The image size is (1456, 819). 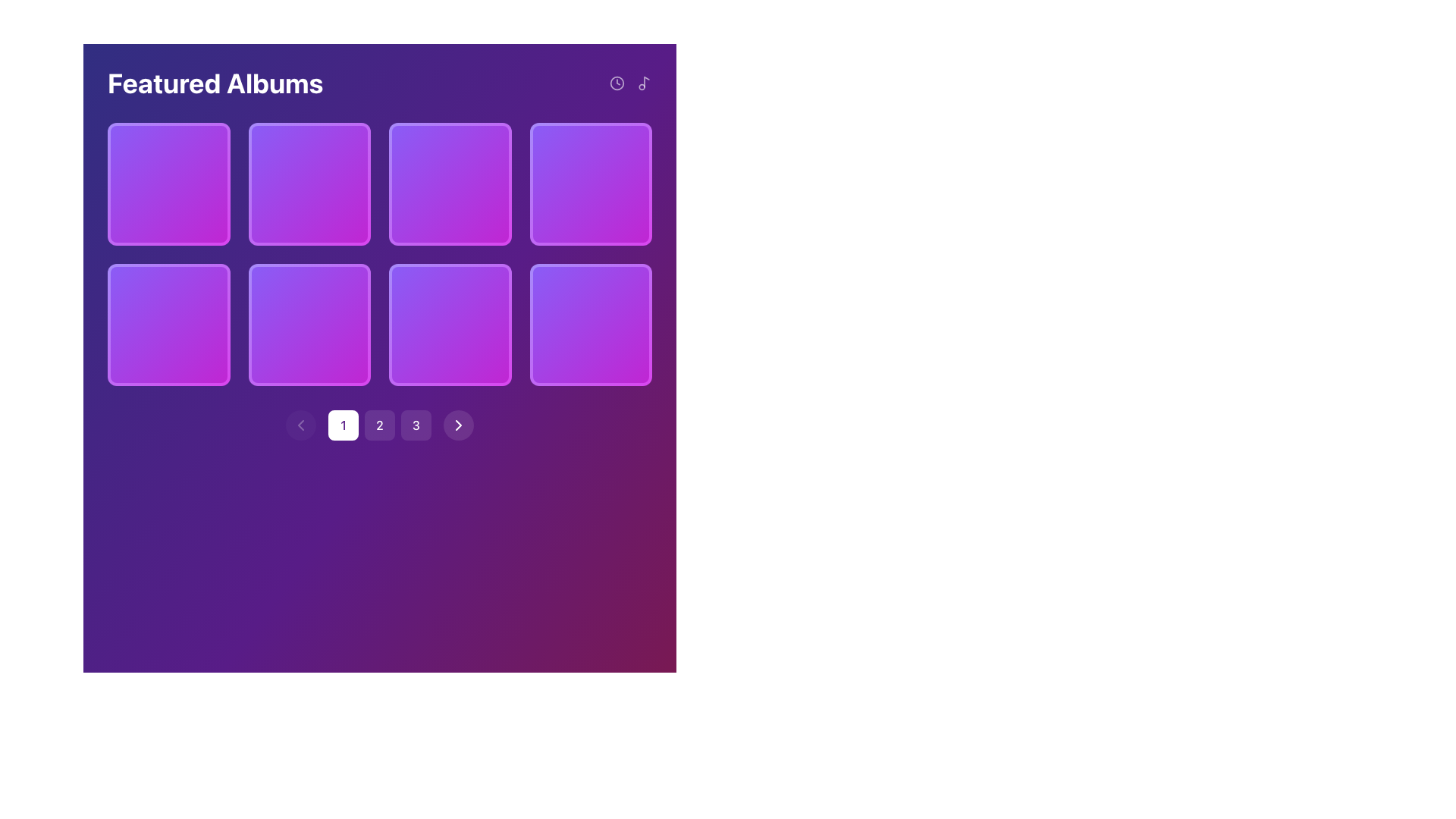 I want to click on the clickable interactive card or tile with a violet to fuchsia gradient background located in the second row and third column of a 3x4 grid, so click(x=590, y=324).